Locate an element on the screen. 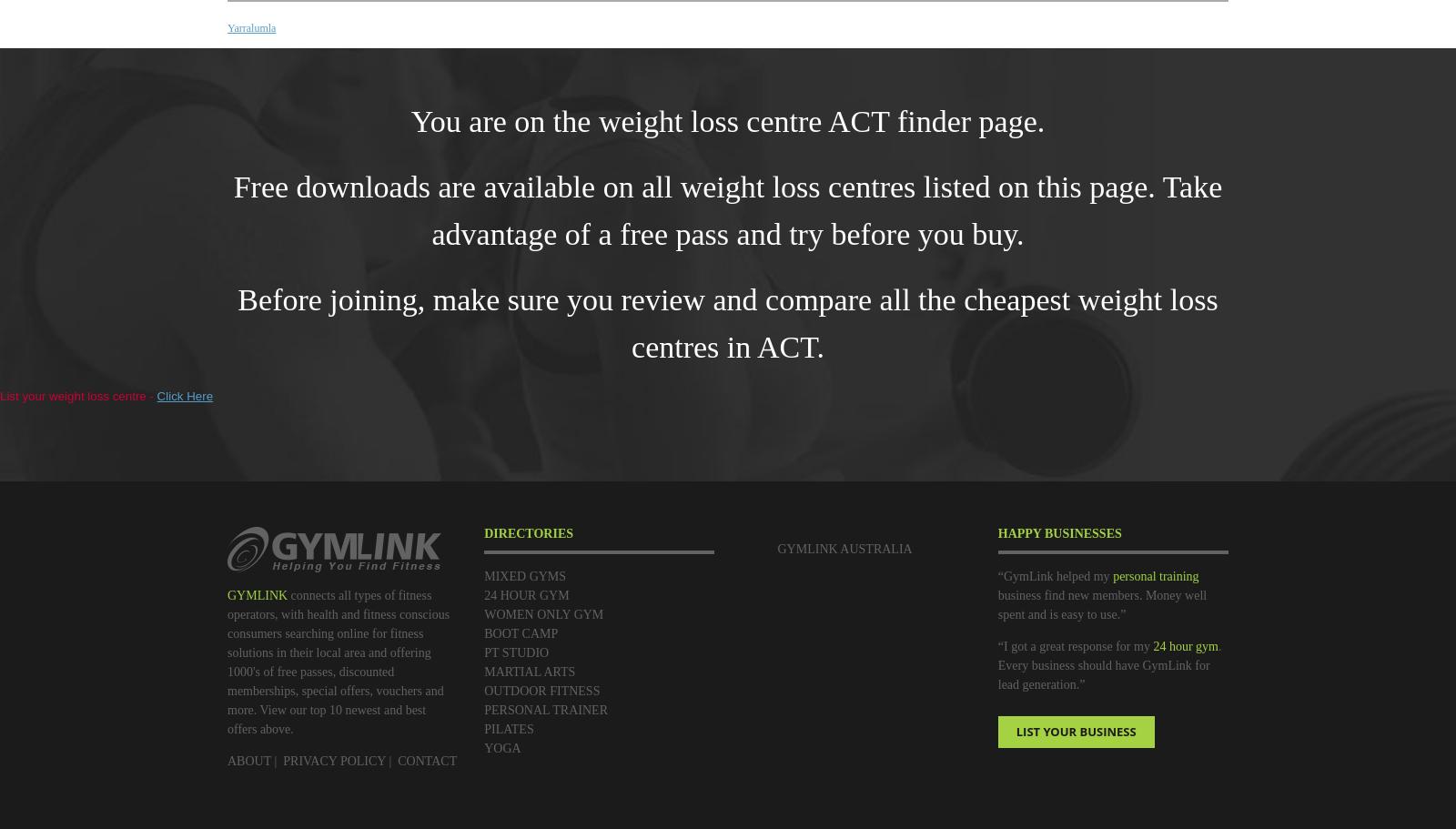 This screenshot has width=1456, height=829. 'Personal Trainer' is located at coordinates (544, 710).